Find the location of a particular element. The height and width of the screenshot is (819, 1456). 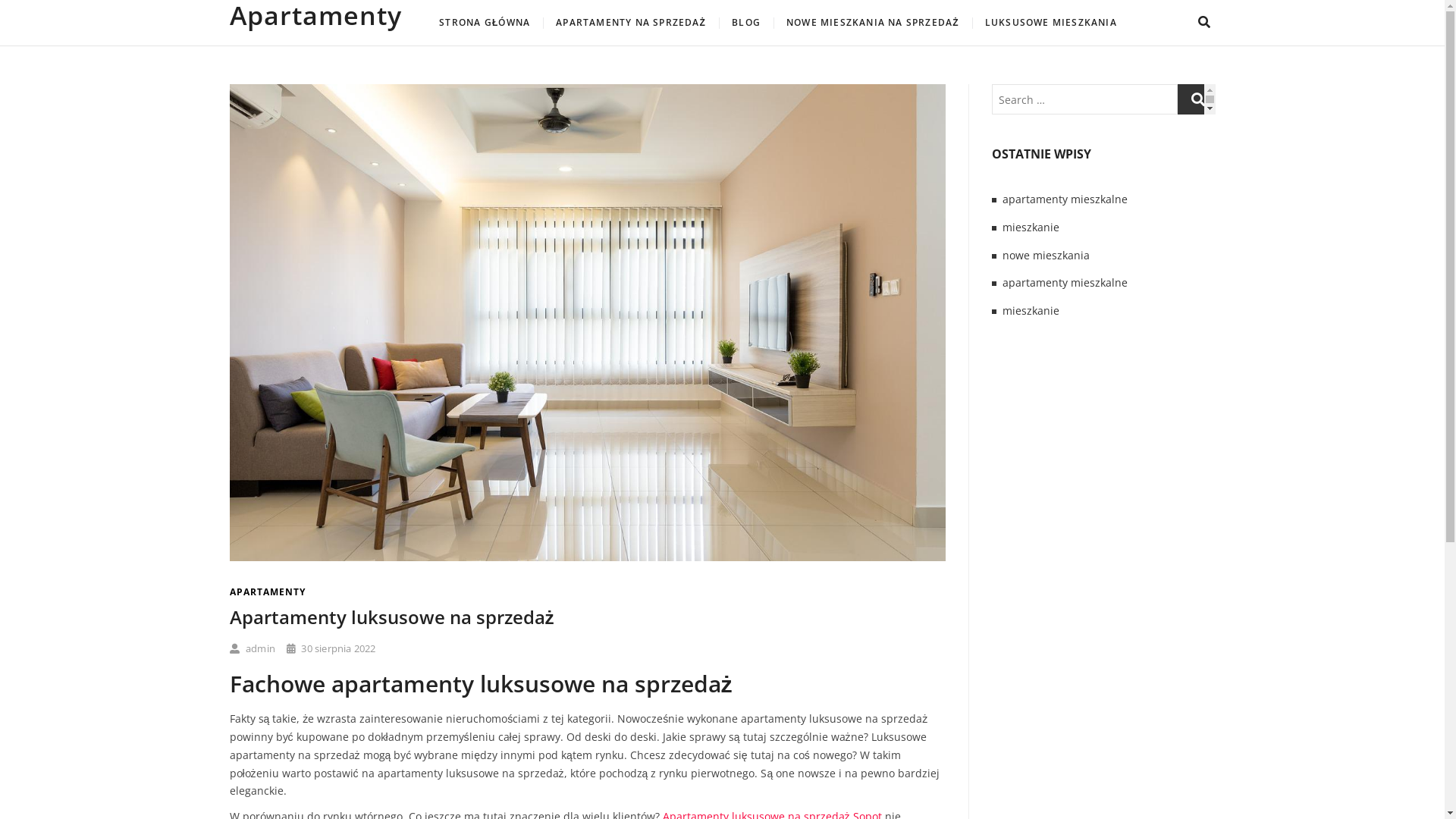

'Apartamenty' is located at coordinates (228, 14).